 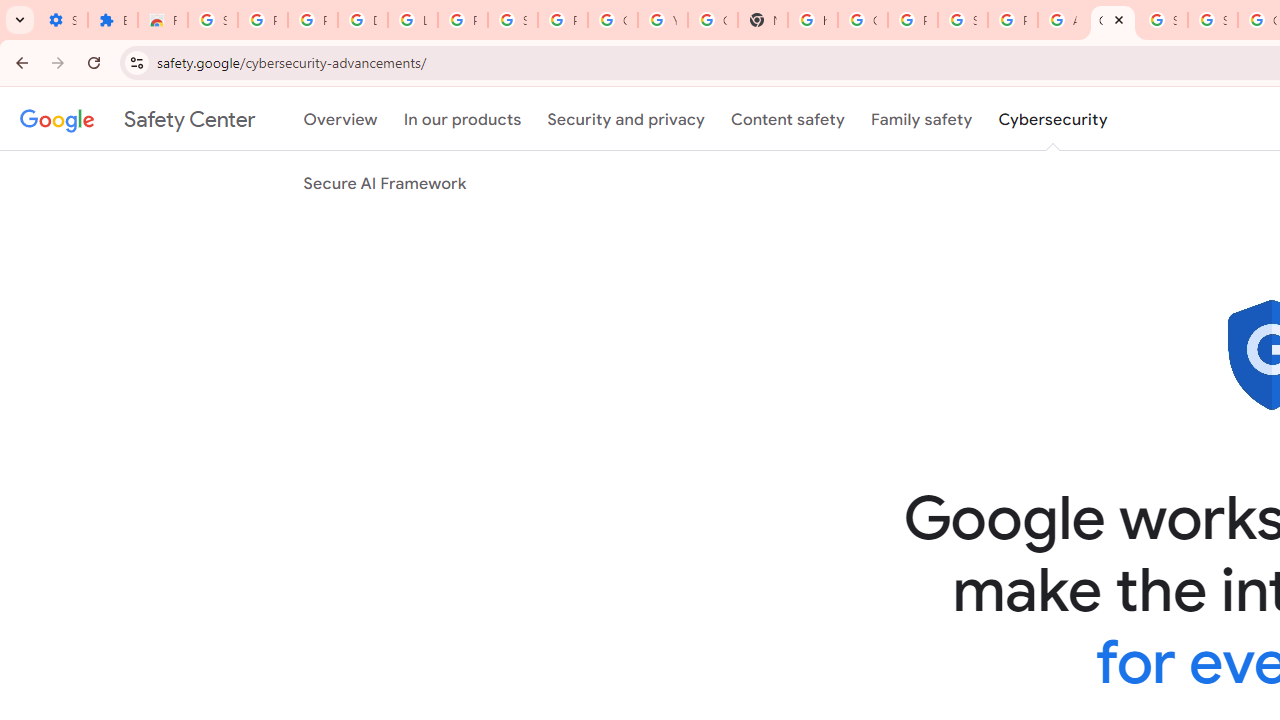 I want to click on 'New Tab', so click(x=762, y=20).